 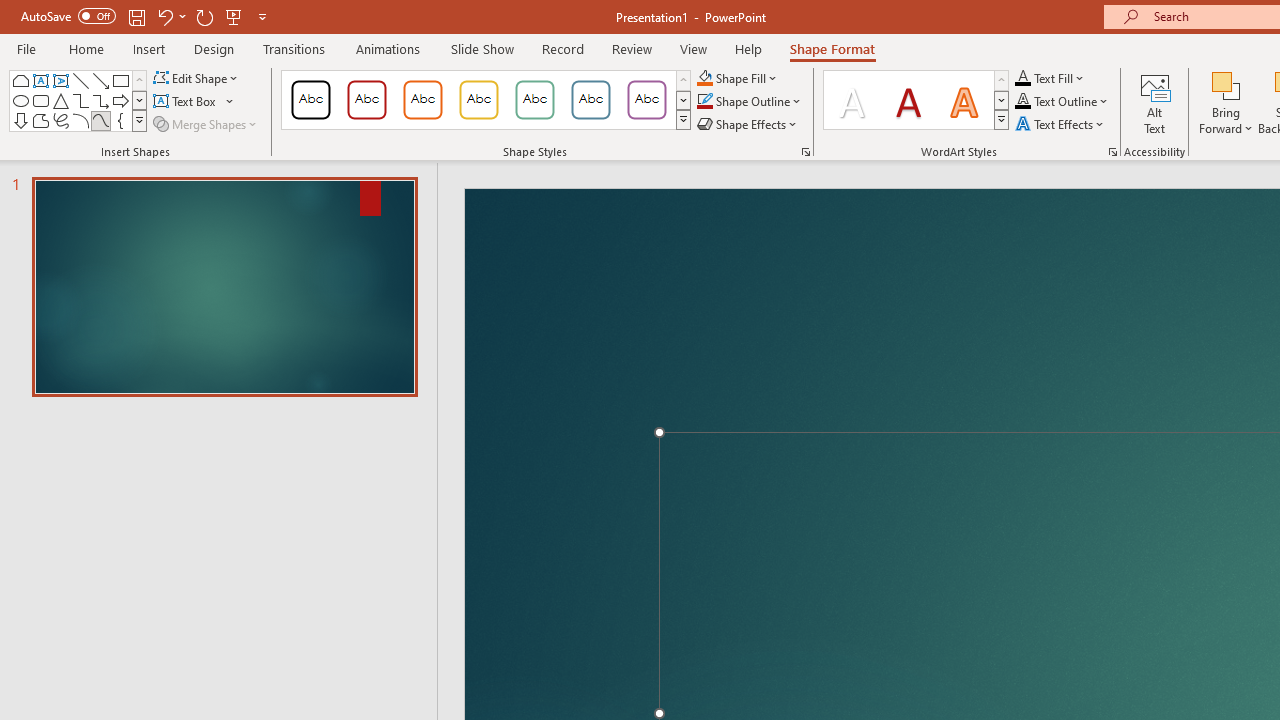 I want to click on 'Help', so click(x=747, y=48).